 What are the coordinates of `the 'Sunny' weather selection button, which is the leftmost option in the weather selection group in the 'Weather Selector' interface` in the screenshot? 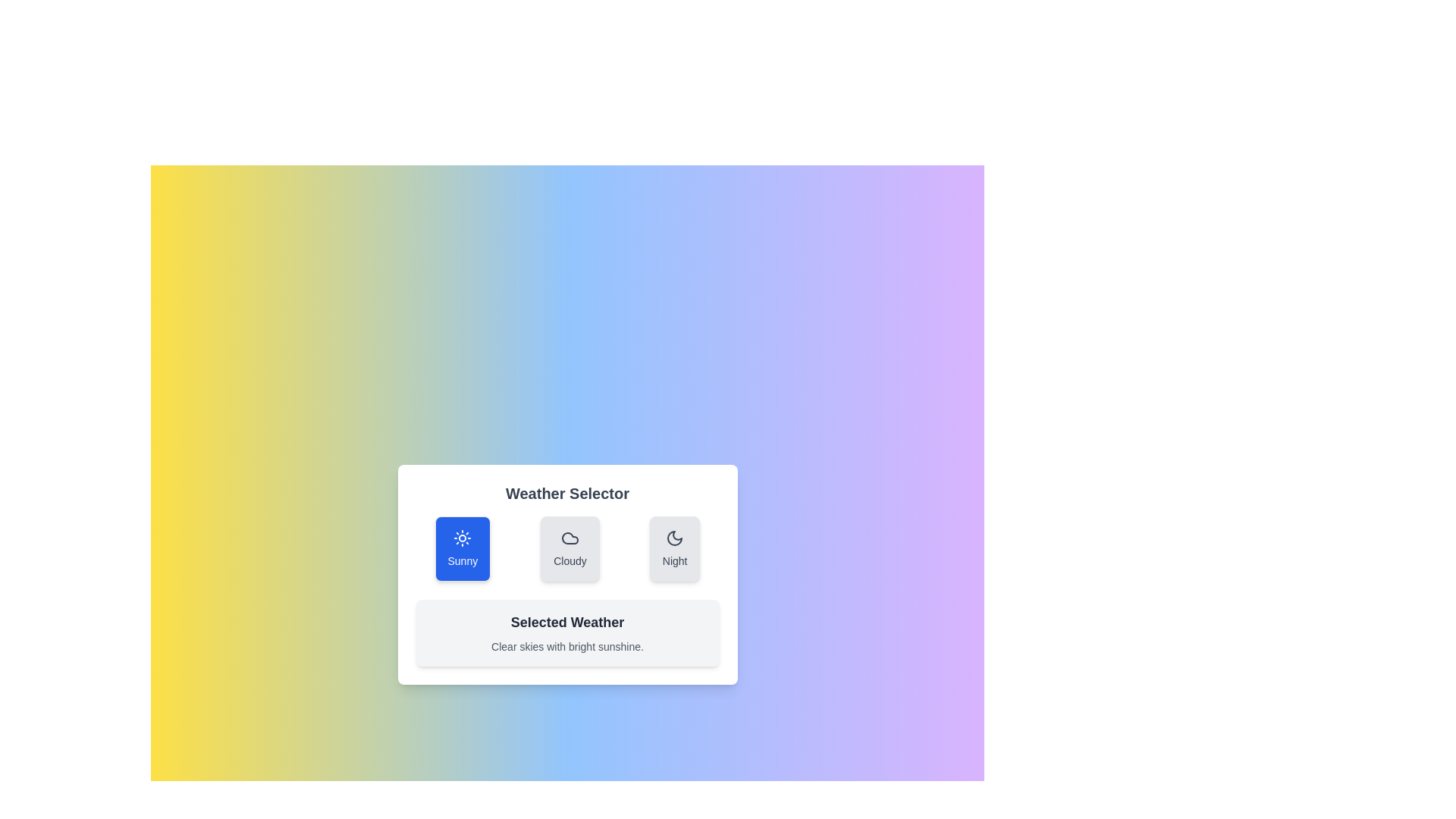 It's located at (462, 549).